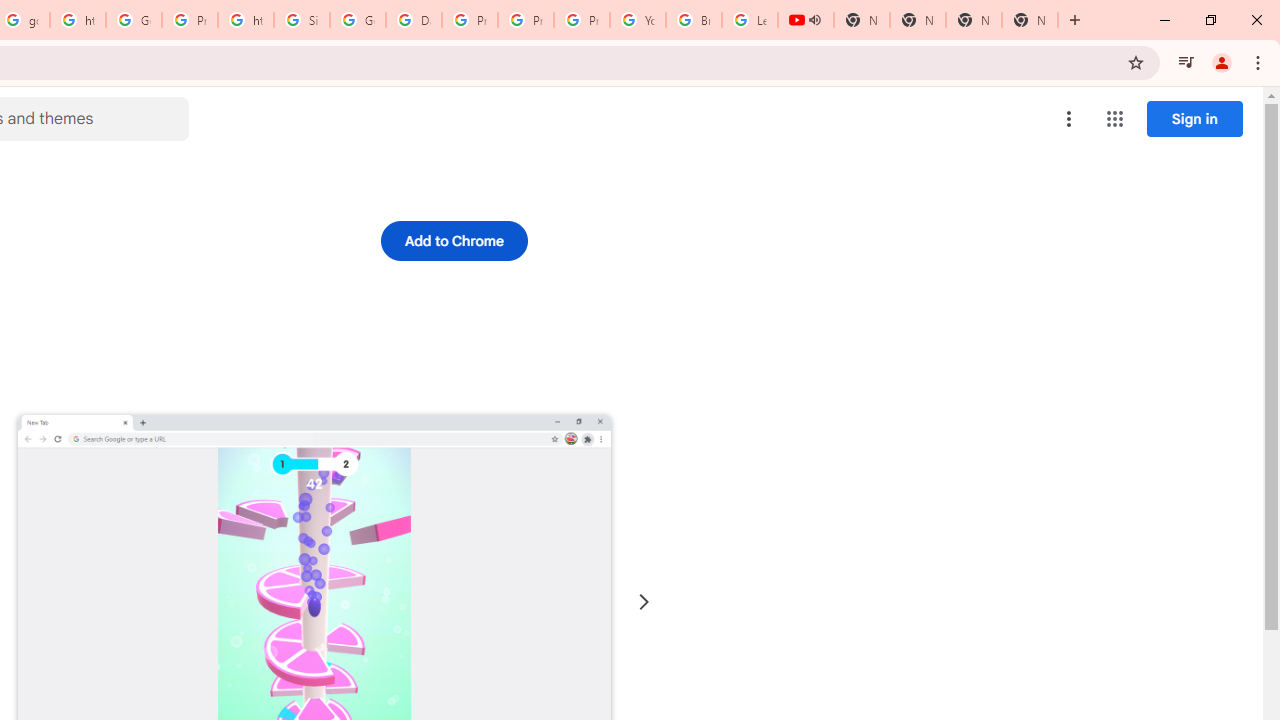 This screenshot has width=1280, height=720. I want to click on 'Next slide', so click(643, 601).